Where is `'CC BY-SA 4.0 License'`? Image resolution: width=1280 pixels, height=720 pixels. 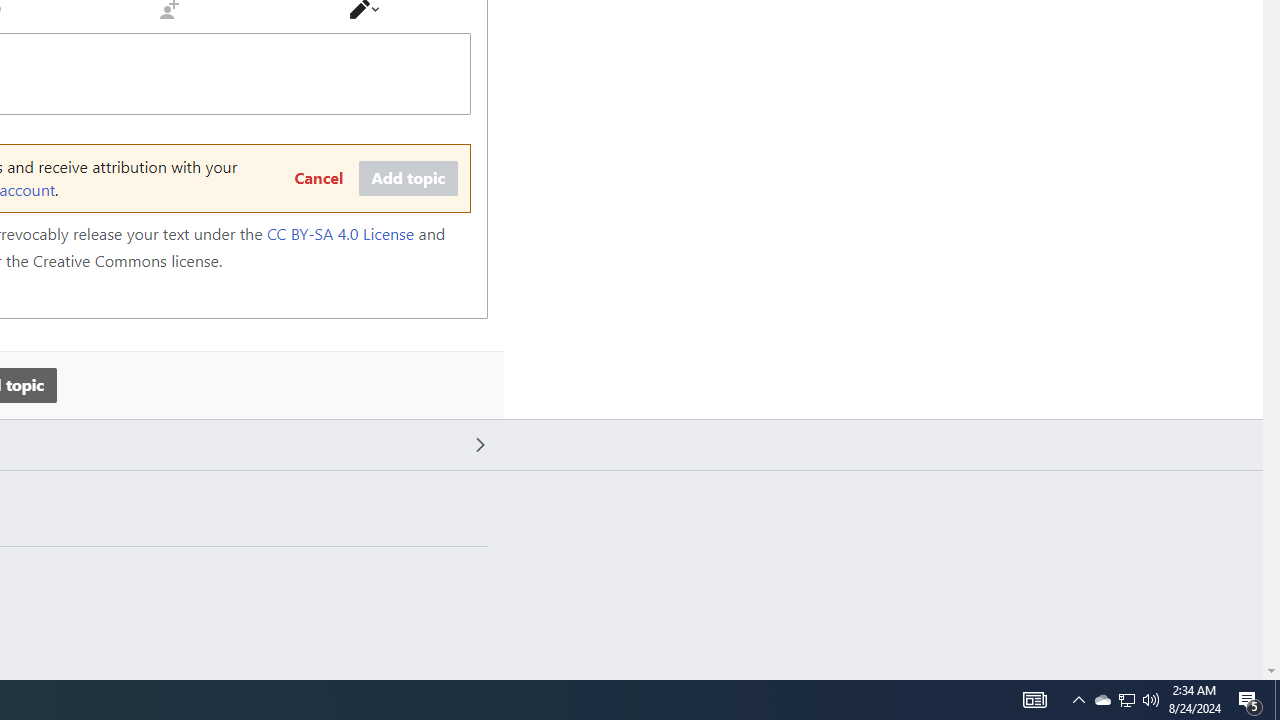
'CC BY-SA 4.0 License' is located at coordinates (340, 233).